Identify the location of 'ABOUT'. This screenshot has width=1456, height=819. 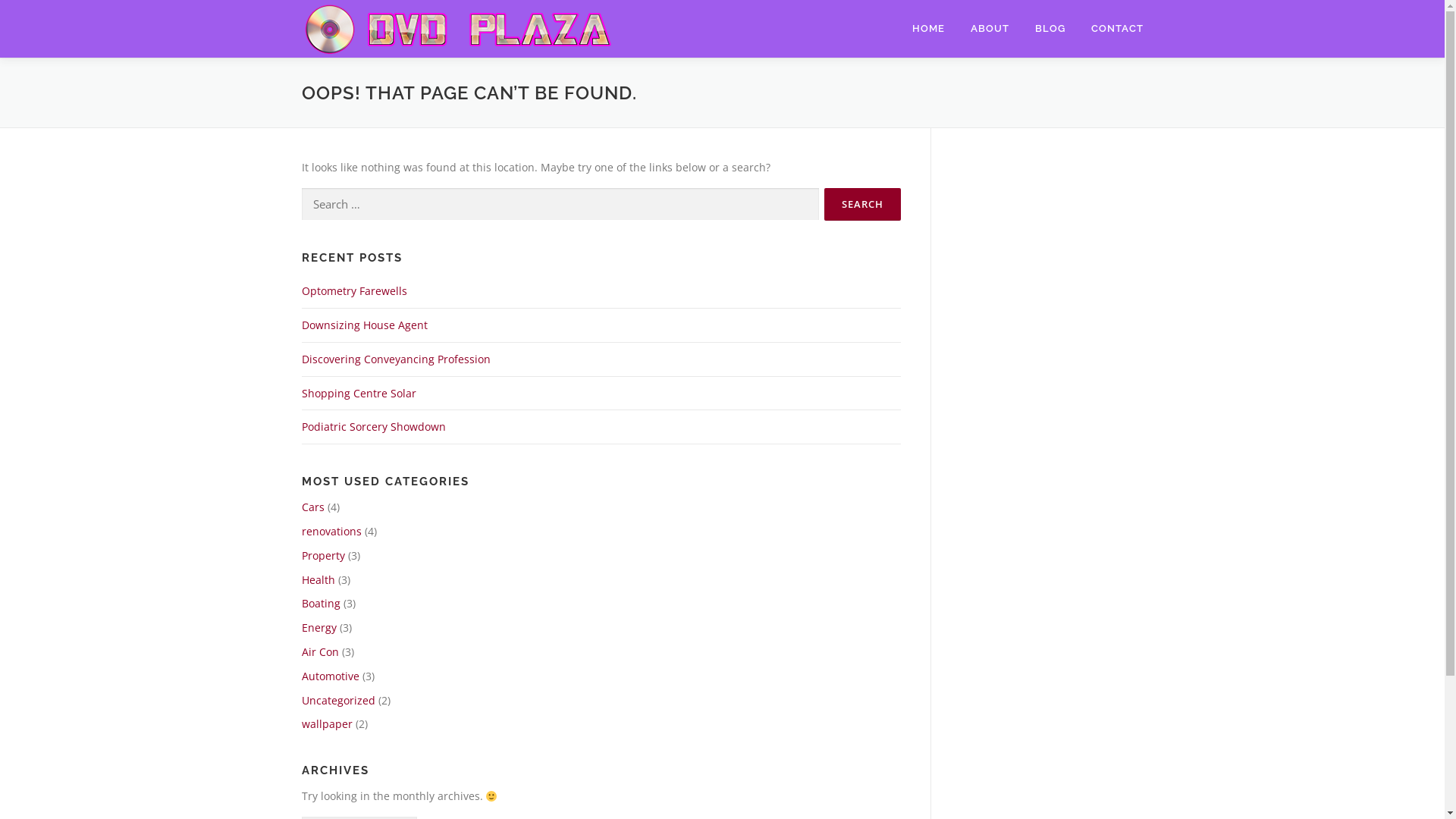
(989, 28).